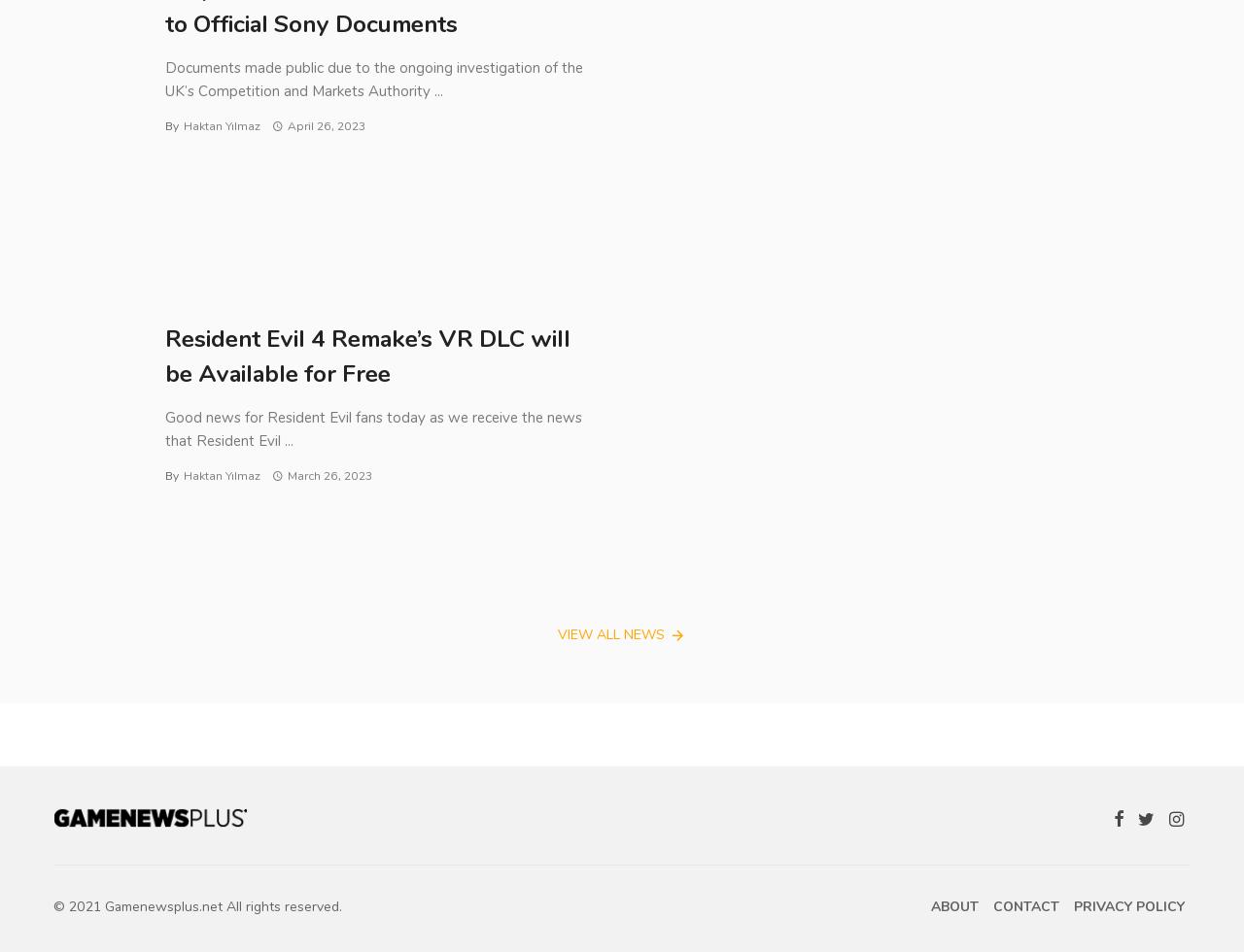 This screenshot has width=1244, height=952. What do you see at coordinates (164, 356) in the screenshot?
I see `'Resident Evil 4 Remake’s VR DLC will be Available for Free'` at bounding box center [164, 356].